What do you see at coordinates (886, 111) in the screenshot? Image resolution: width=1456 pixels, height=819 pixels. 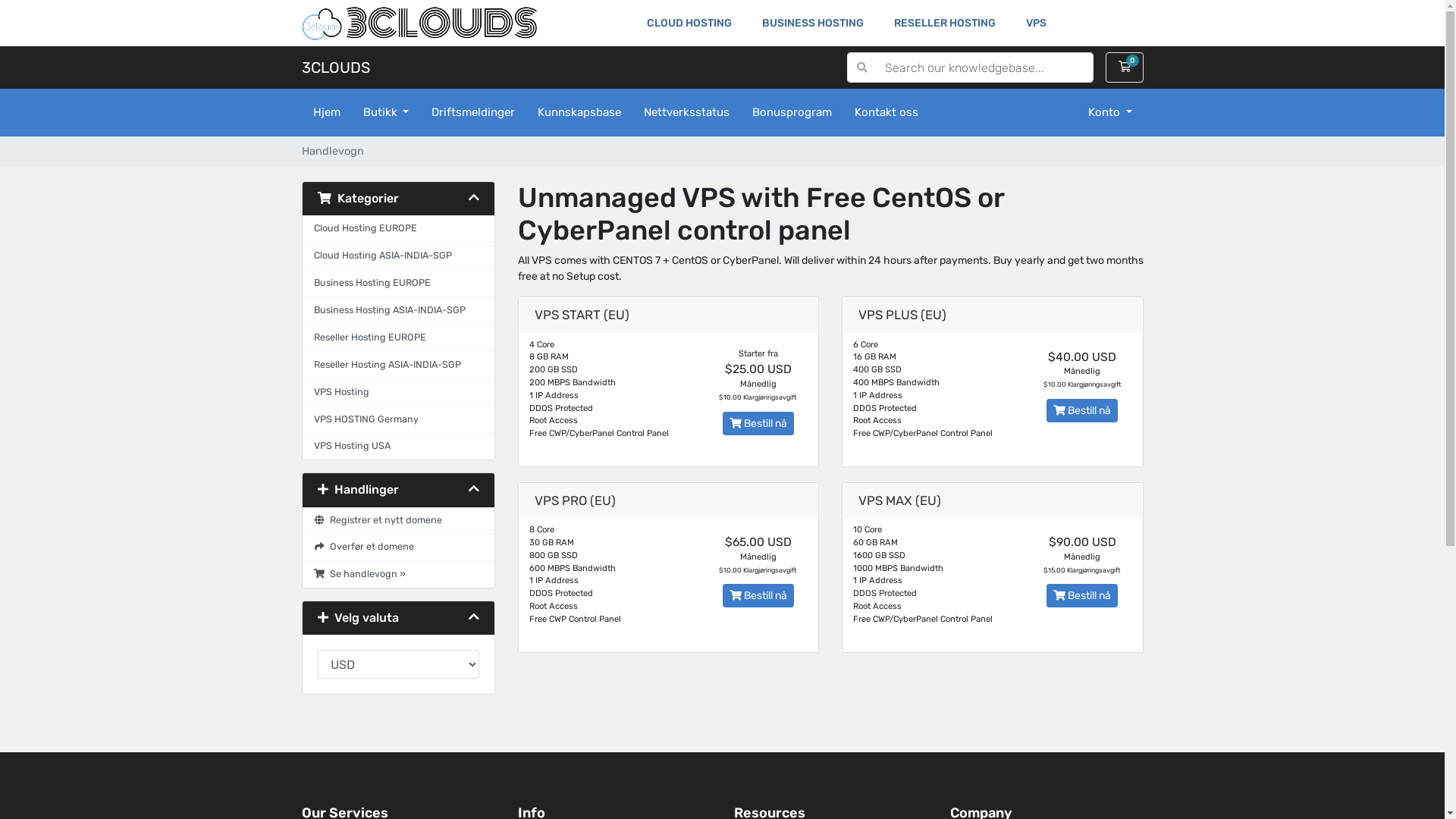 I see `'Kontakt oss'` at bounding box center [886, 111].